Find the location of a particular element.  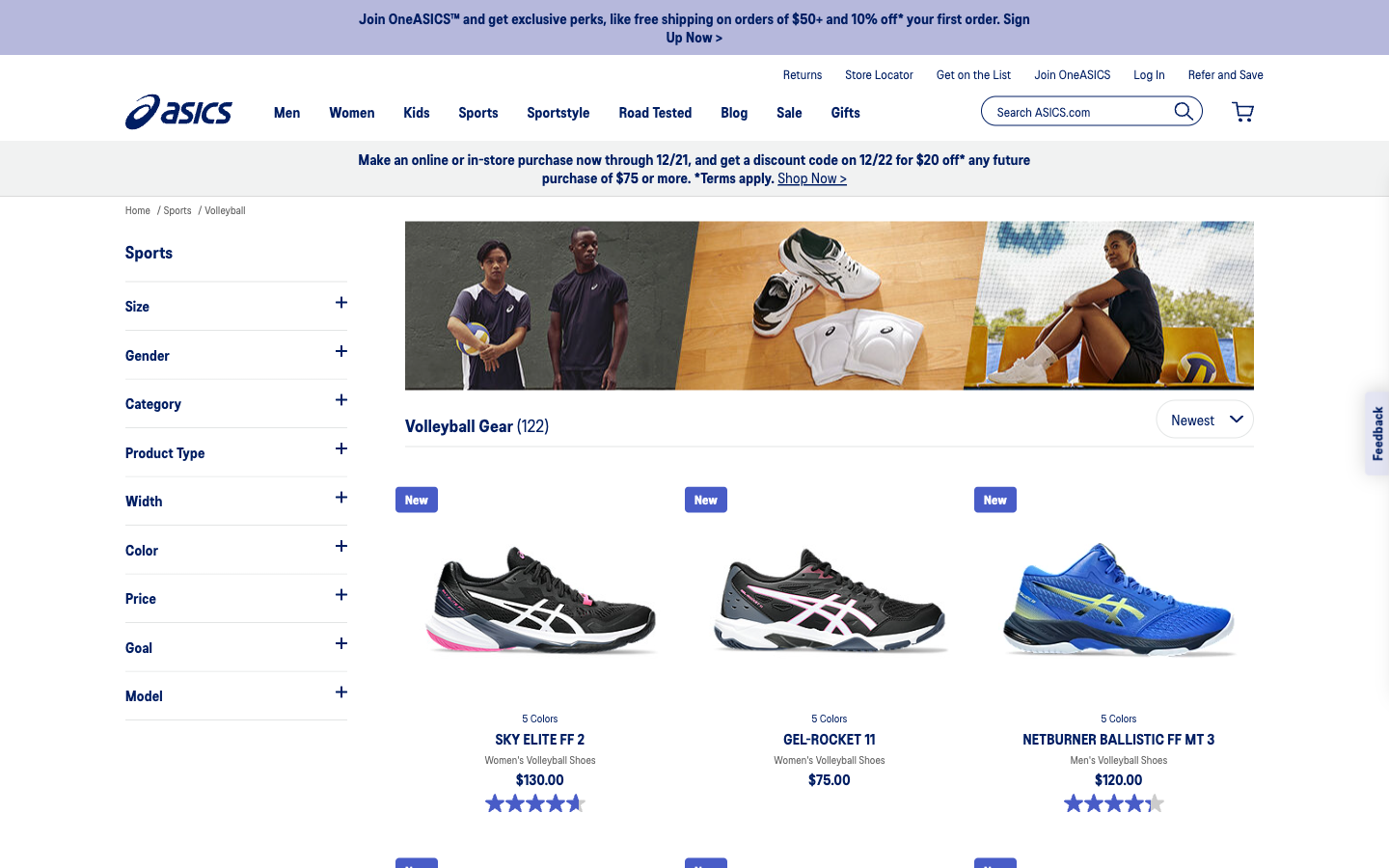

size filter for shoe models is located at coordinates (234, 304).